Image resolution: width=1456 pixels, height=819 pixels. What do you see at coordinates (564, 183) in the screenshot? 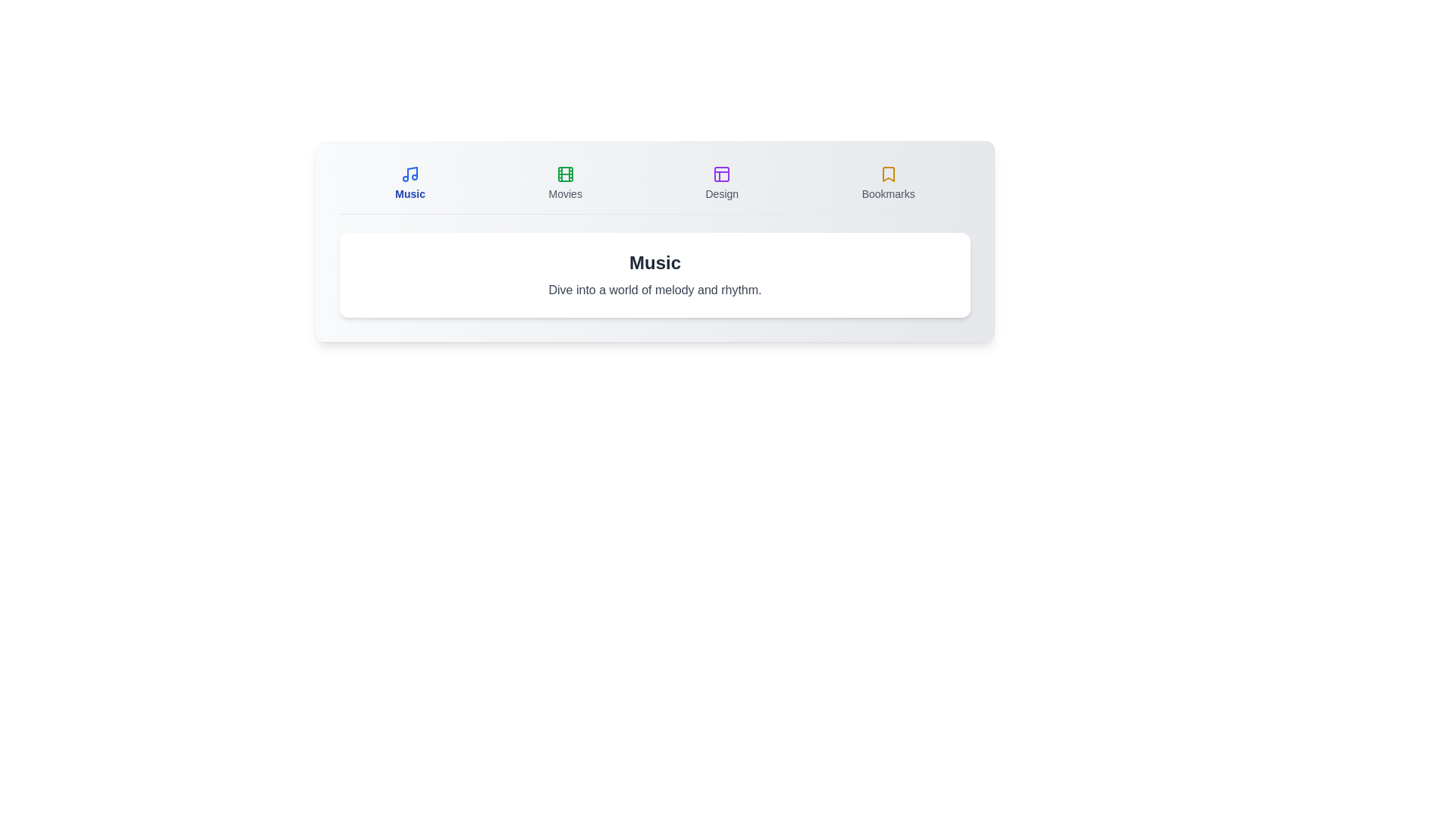
I see `the tab labeled Movies to switch to it` at bounding box center [564, 183].